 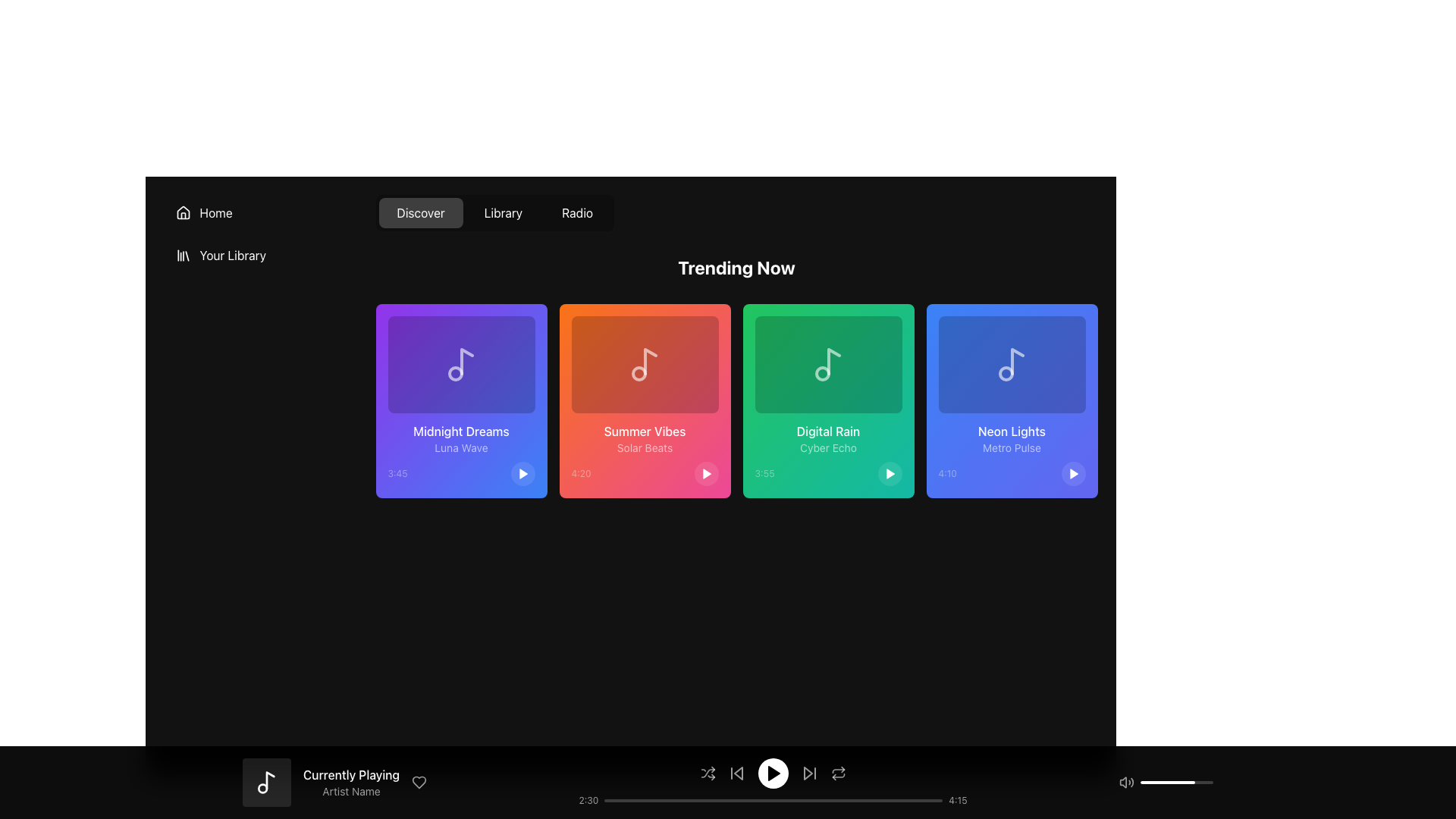 I want to click on the Play button, which is a triangular black icon within a circular white button located in the middle of the bottom playback control bar, to play the media, so click(x=773, y=773).